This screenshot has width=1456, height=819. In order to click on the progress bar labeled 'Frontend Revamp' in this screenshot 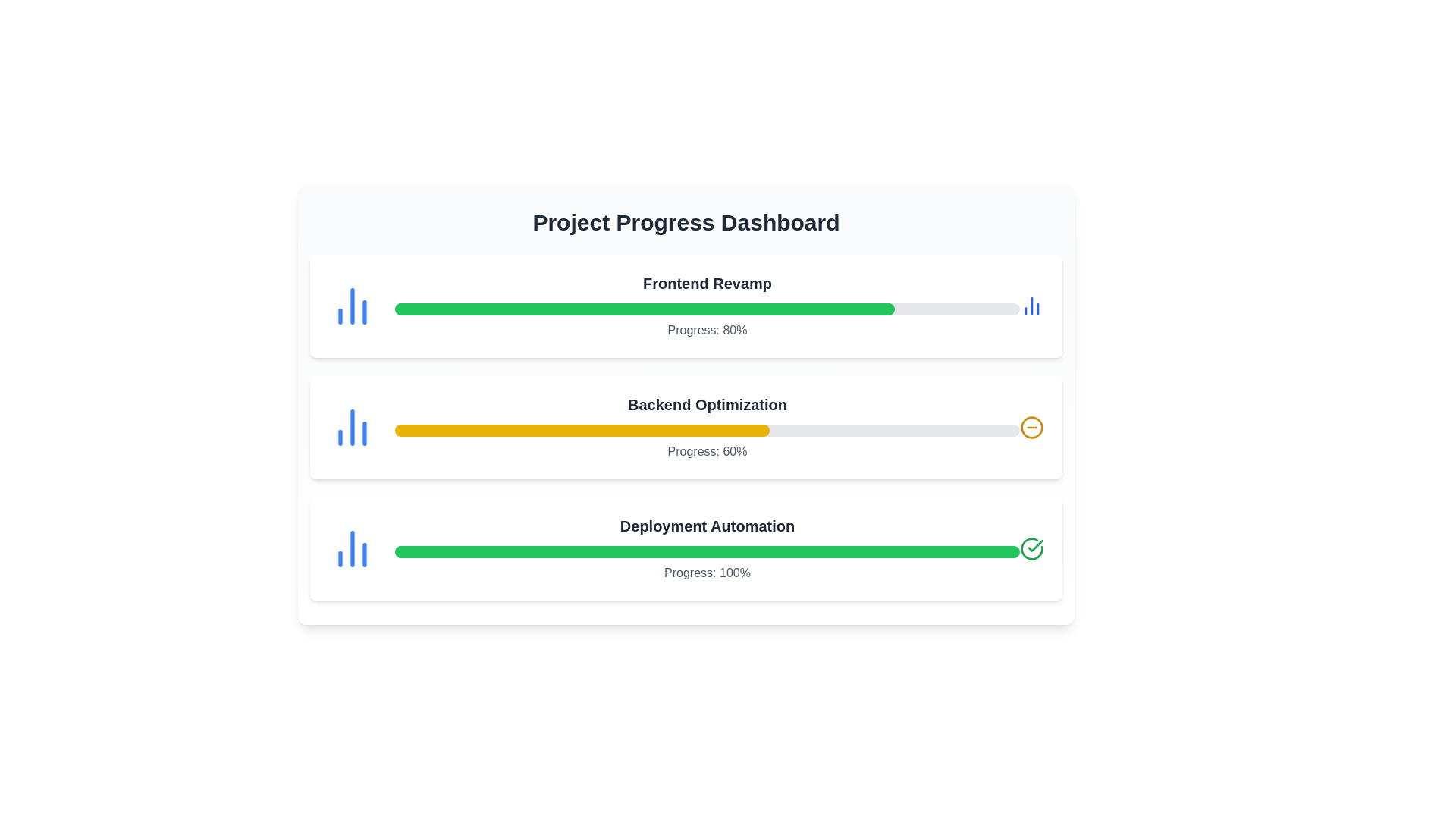, I will do `click(706, 306)`.